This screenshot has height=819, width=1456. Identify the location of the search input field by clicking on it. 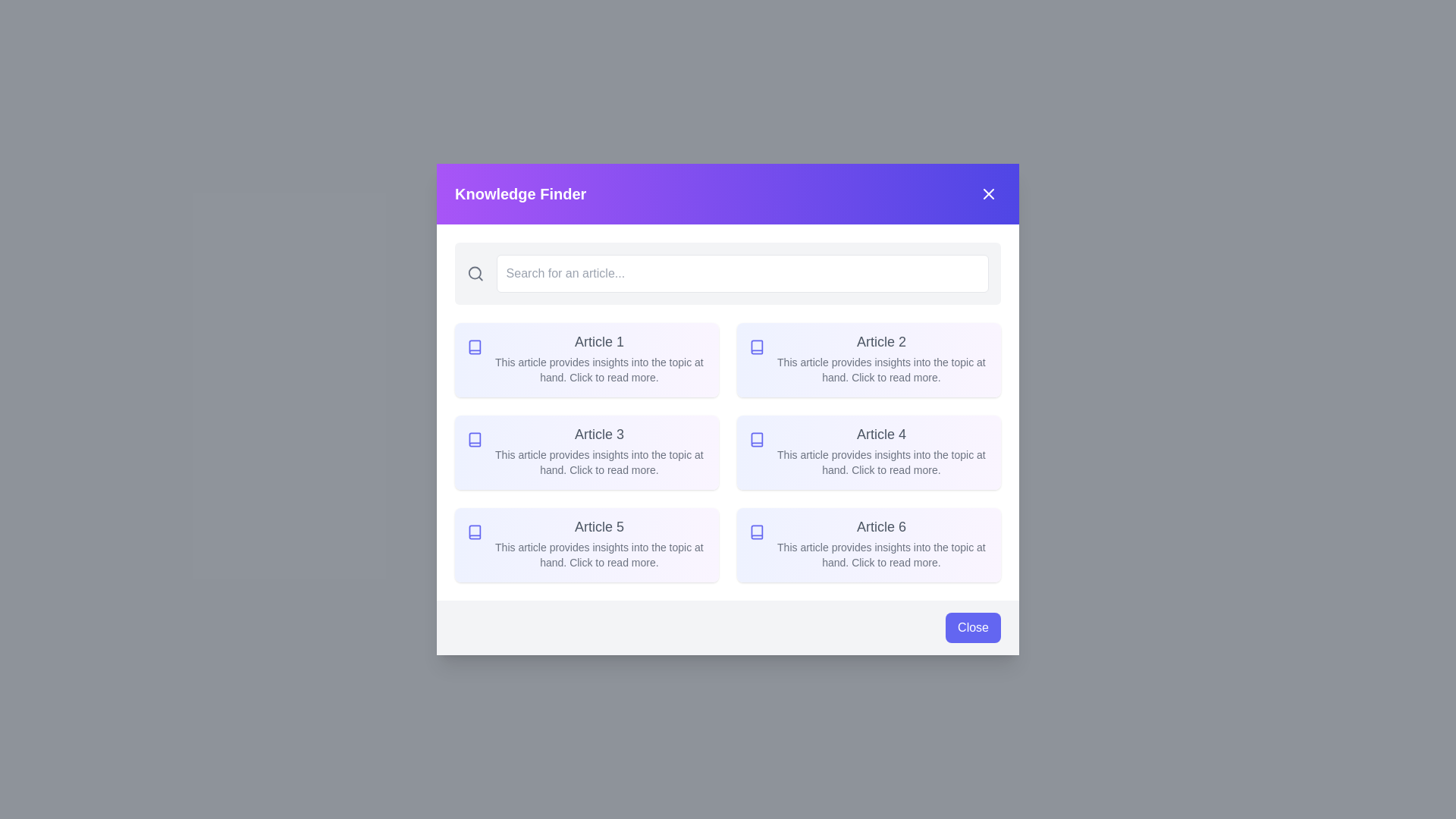
(742, 274).